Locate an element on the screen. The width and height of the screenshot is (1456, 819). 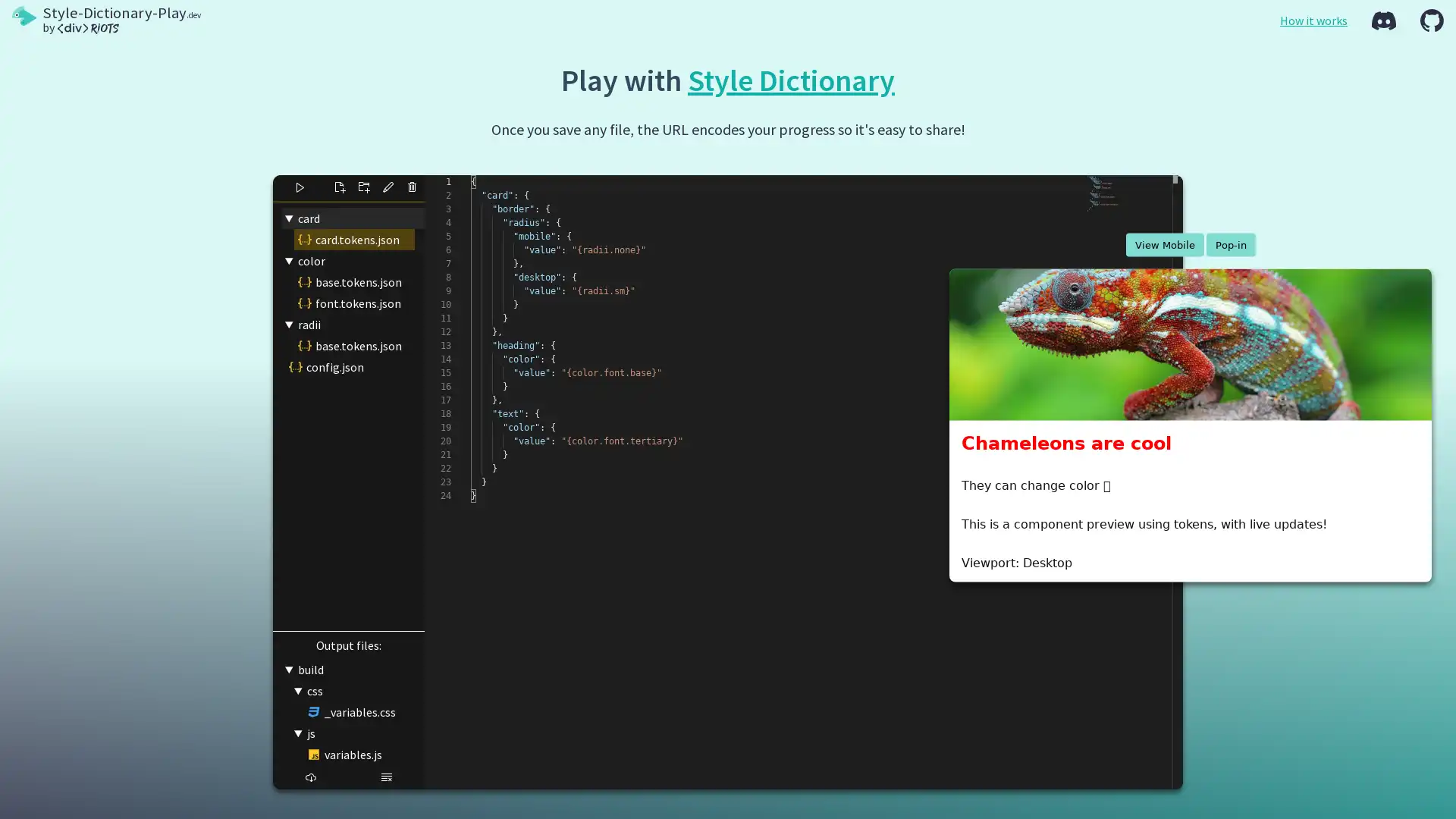
Pop-in is located at coordinates (1230, 243).